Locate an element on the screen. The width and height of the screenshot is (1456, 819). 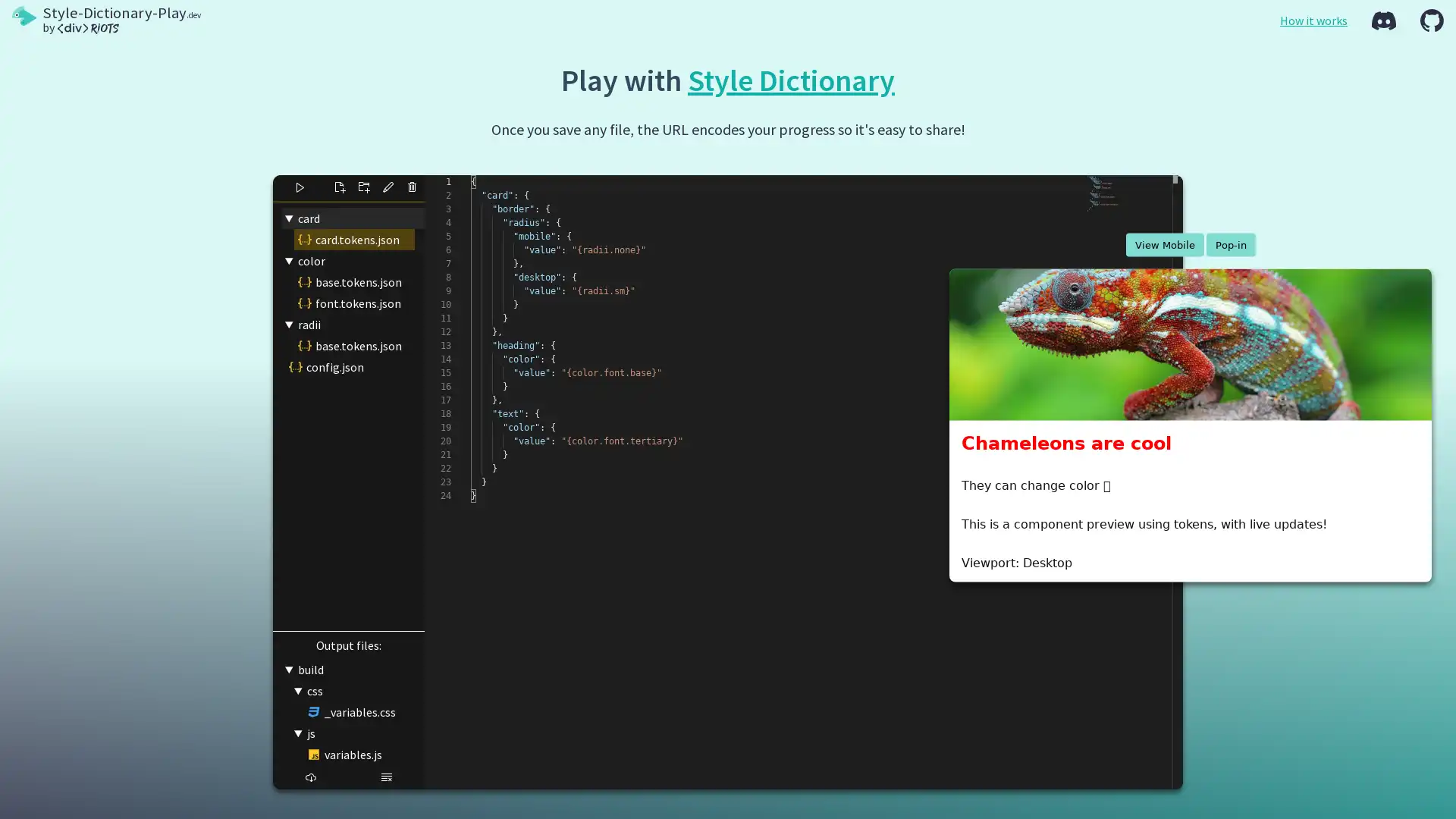
Pop-in is located at coordinates (1230, 243).